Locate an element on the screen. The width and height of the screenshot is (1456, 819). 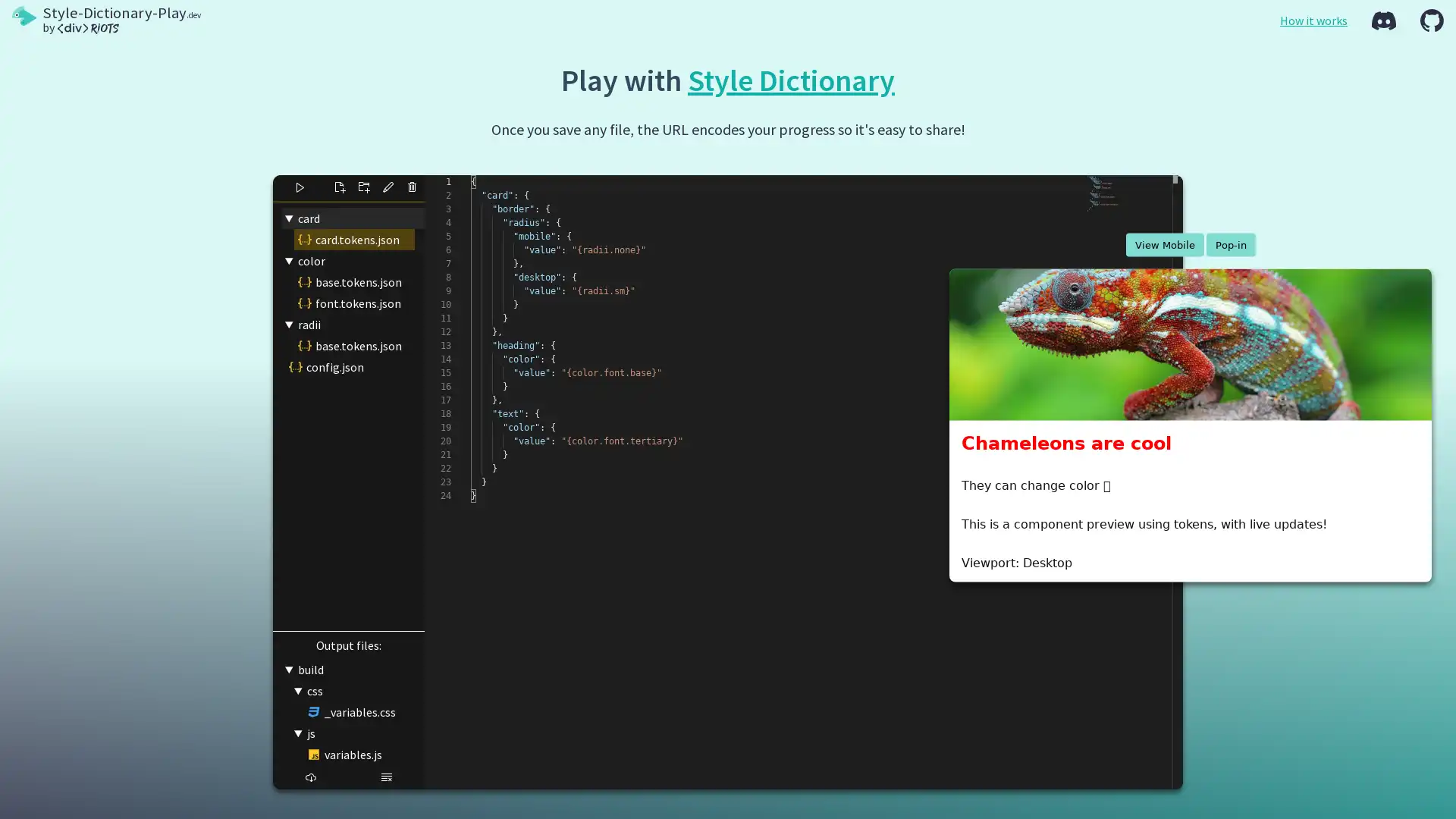
Pop-in is located at coordinates (1230, 243).